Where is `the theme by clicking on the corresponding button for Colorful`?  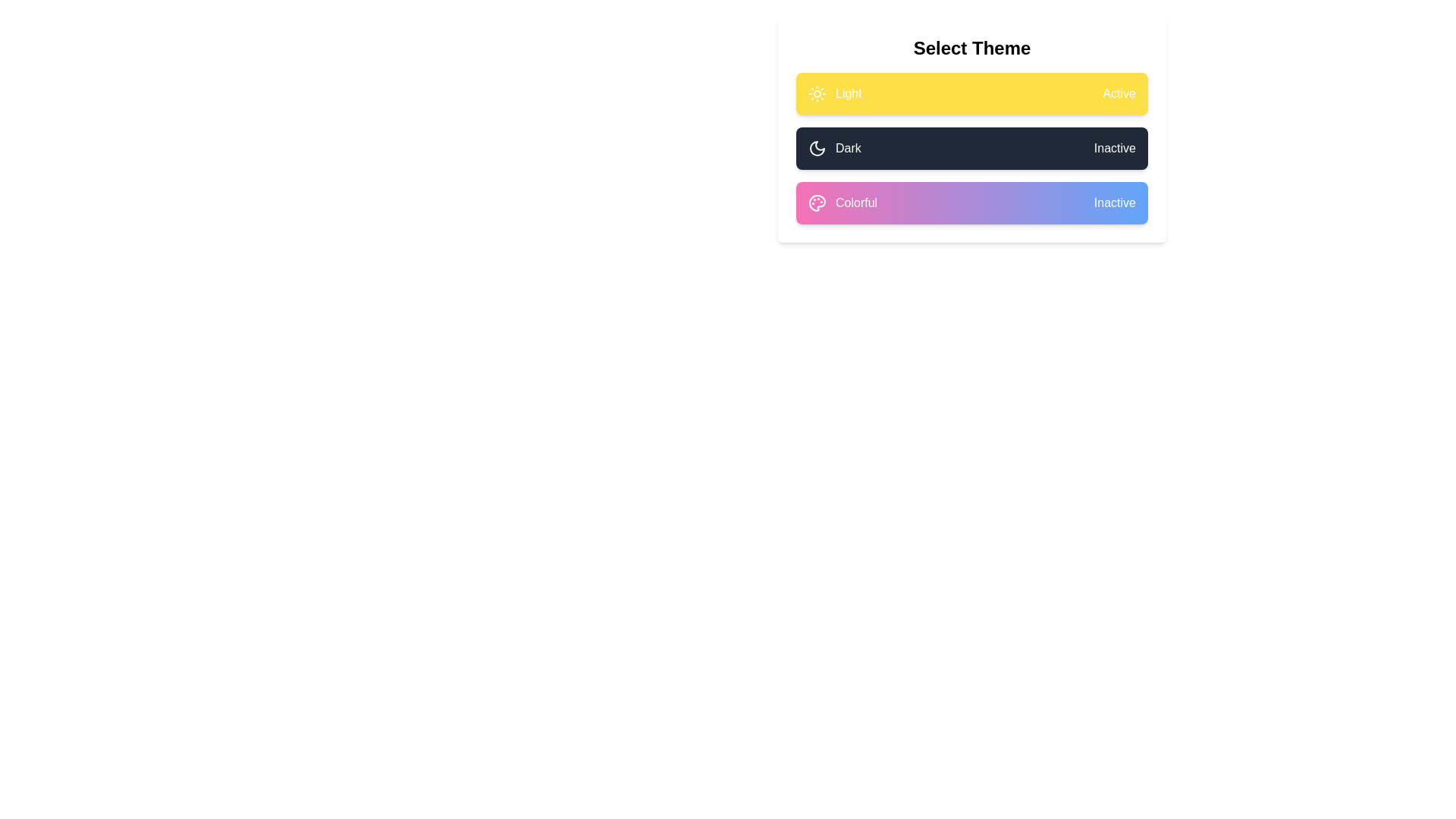 the theme by clicking on the corresponding button for Colorful is located at coordinates (971, 202).